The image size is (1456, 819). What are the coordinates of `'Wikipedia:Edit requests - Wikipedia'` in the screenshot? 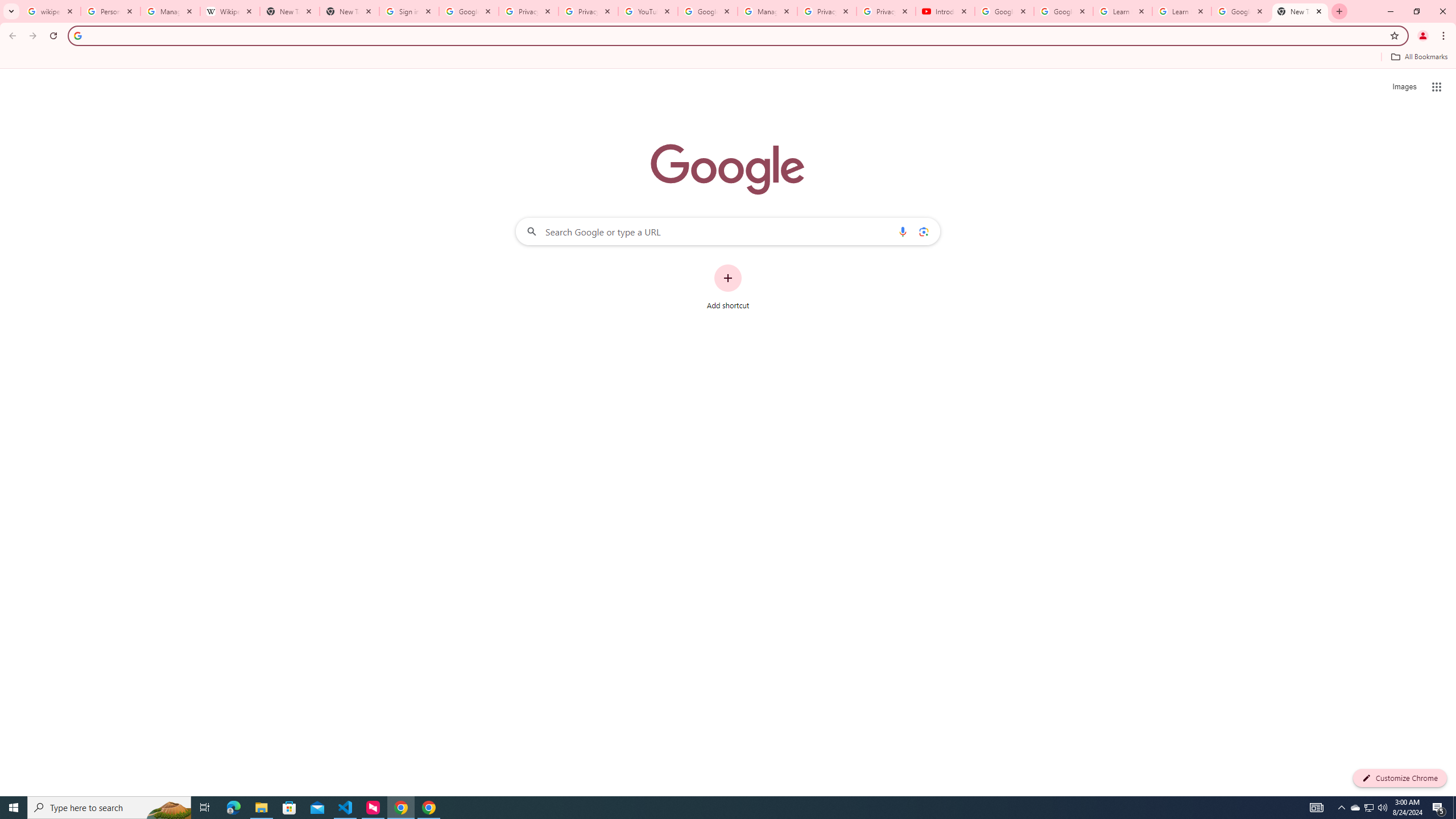 It's located at (229, 11).